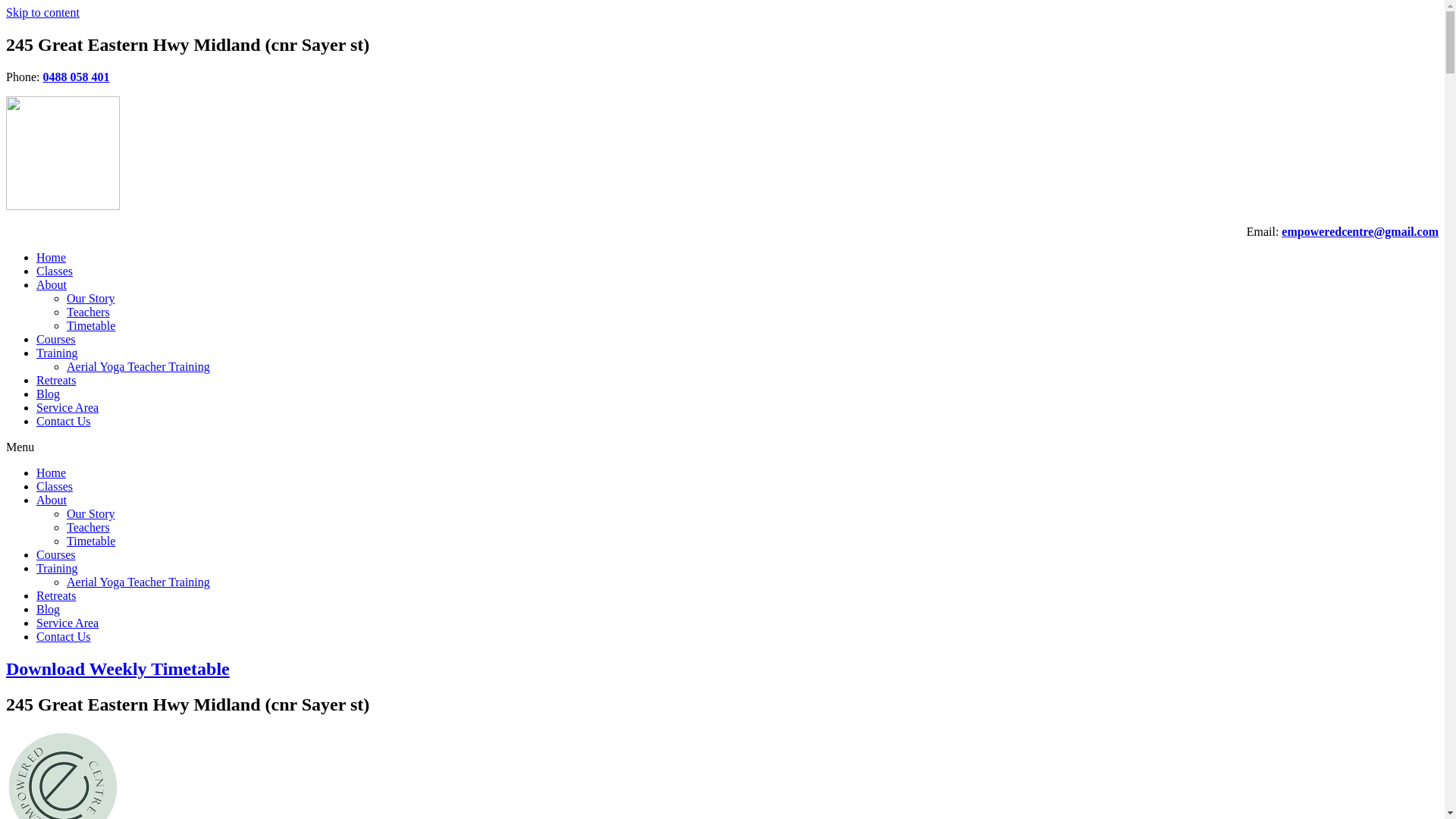 This screenshot has width=1456, height=819. I want to click on 'Blog', so click(48, 608).